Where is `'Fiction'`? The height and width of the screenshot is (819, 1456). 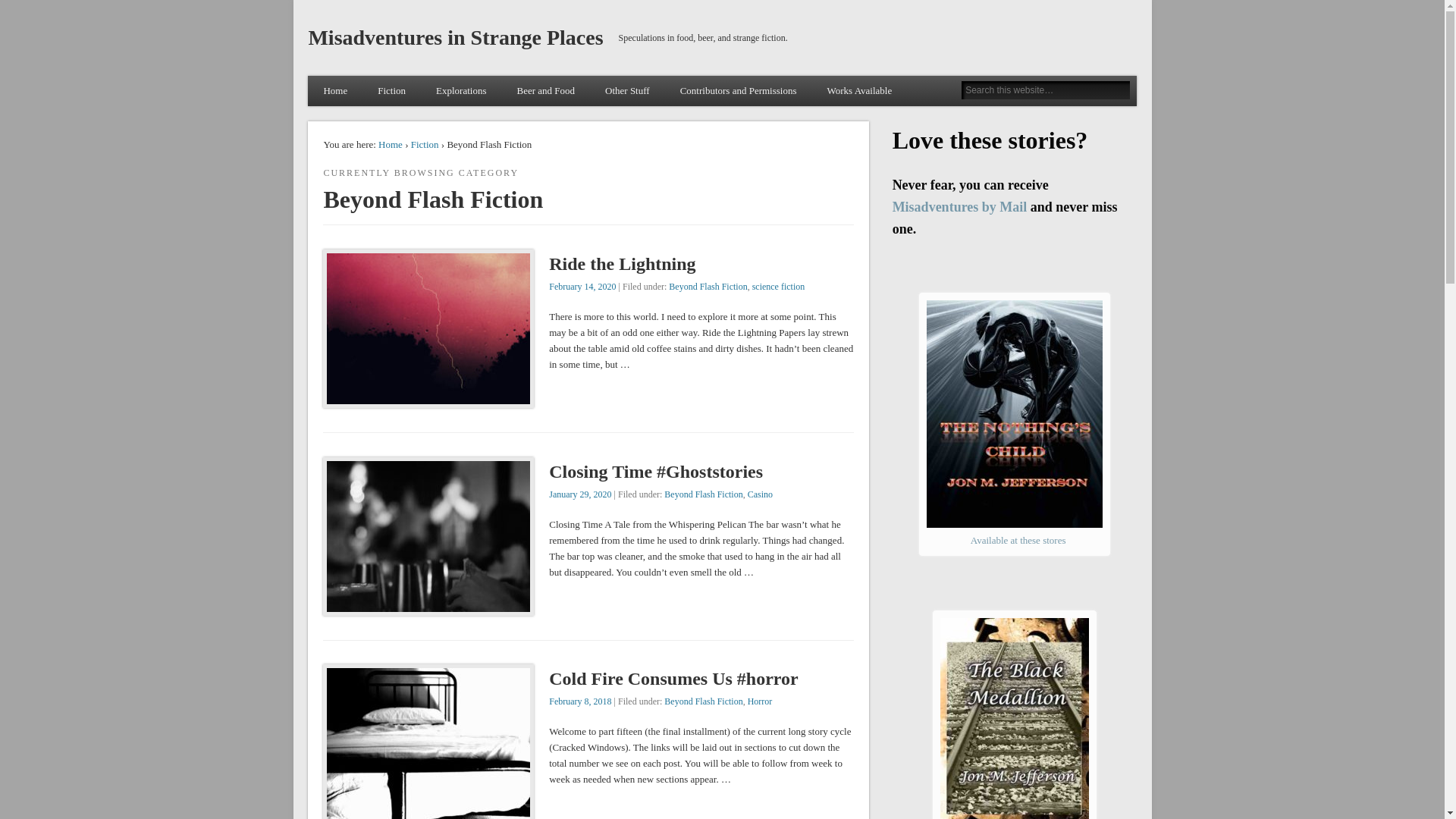
'Fiction' is located at coordinates (391, 90).